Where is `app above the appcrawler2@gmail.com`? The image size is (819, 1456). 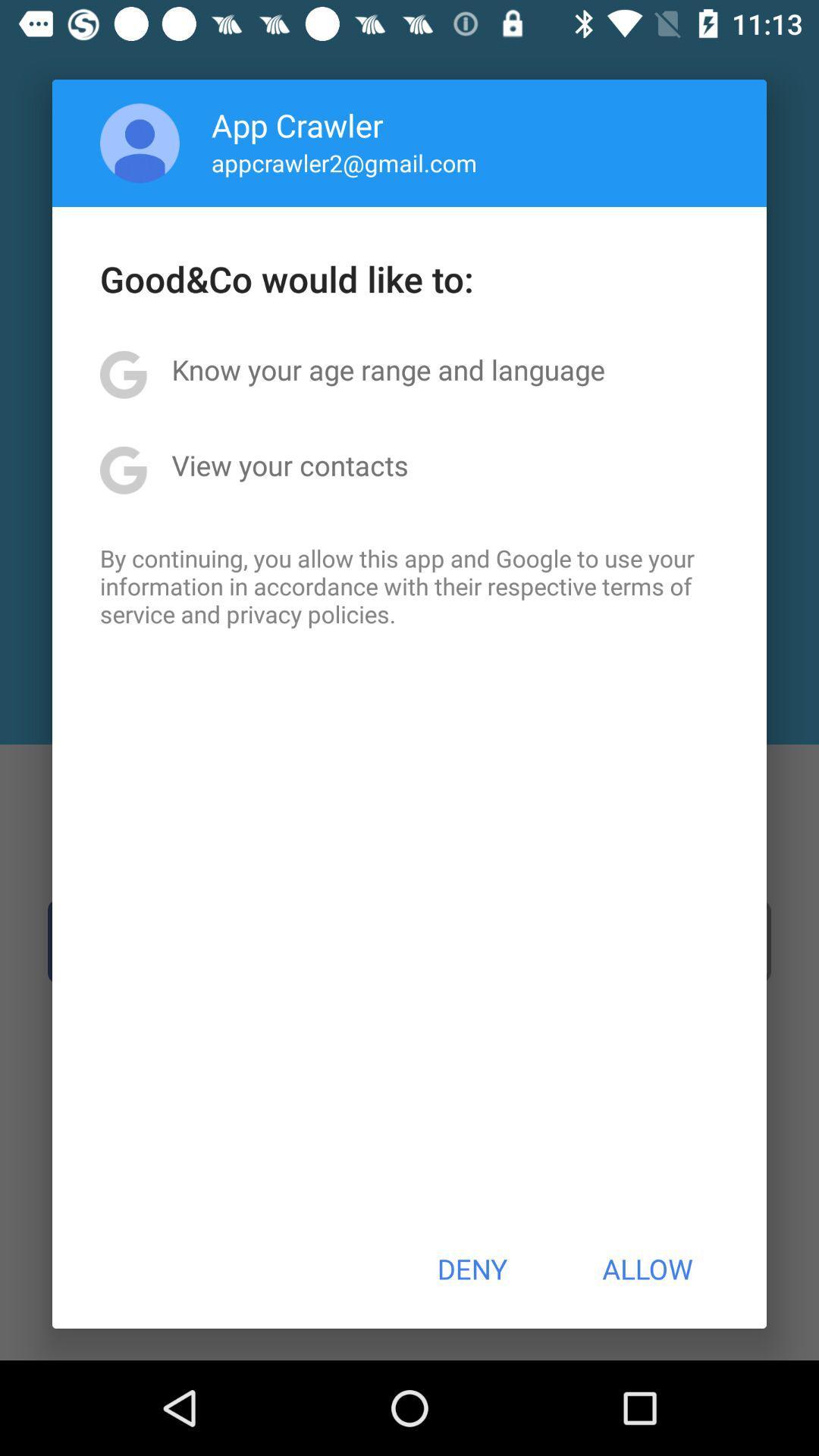
app above the appcrawler2@gmail.com is located at coordinates (297, 124).